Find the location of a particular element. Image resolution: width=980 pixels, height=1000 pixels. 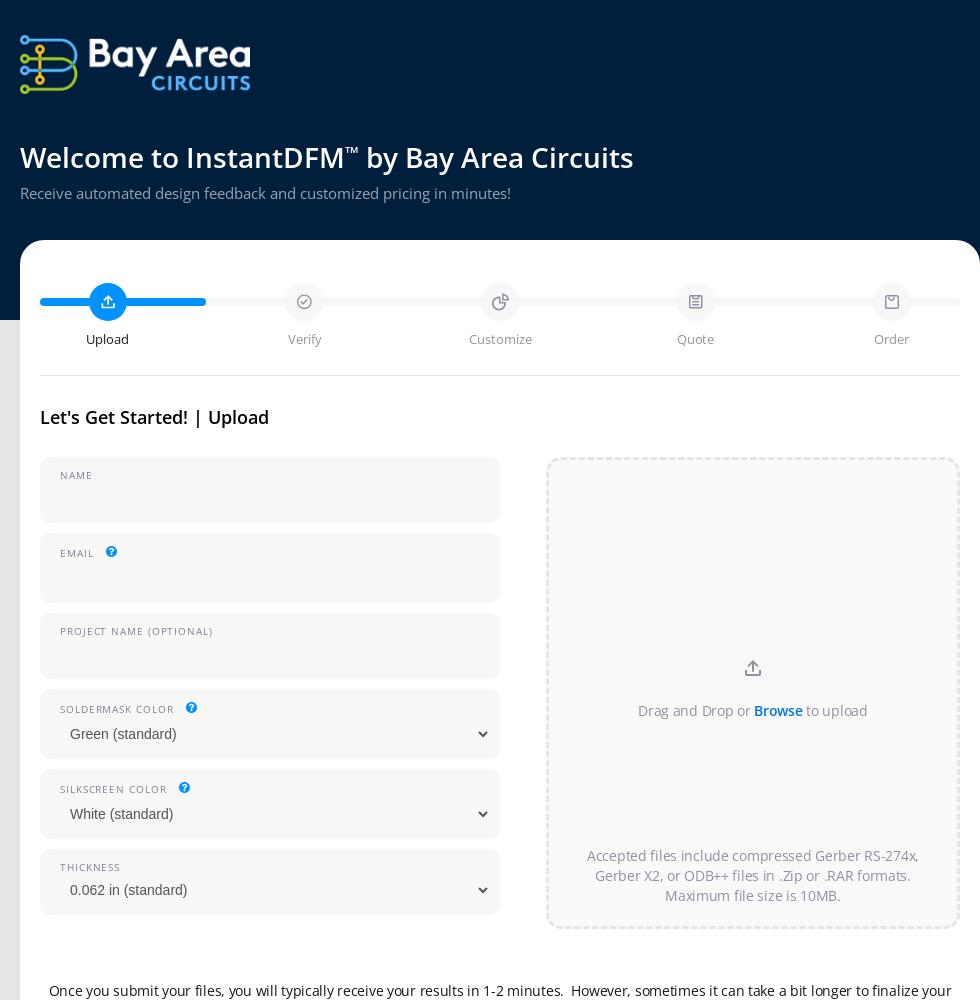

'Order' is located at coordinates (891, 337).